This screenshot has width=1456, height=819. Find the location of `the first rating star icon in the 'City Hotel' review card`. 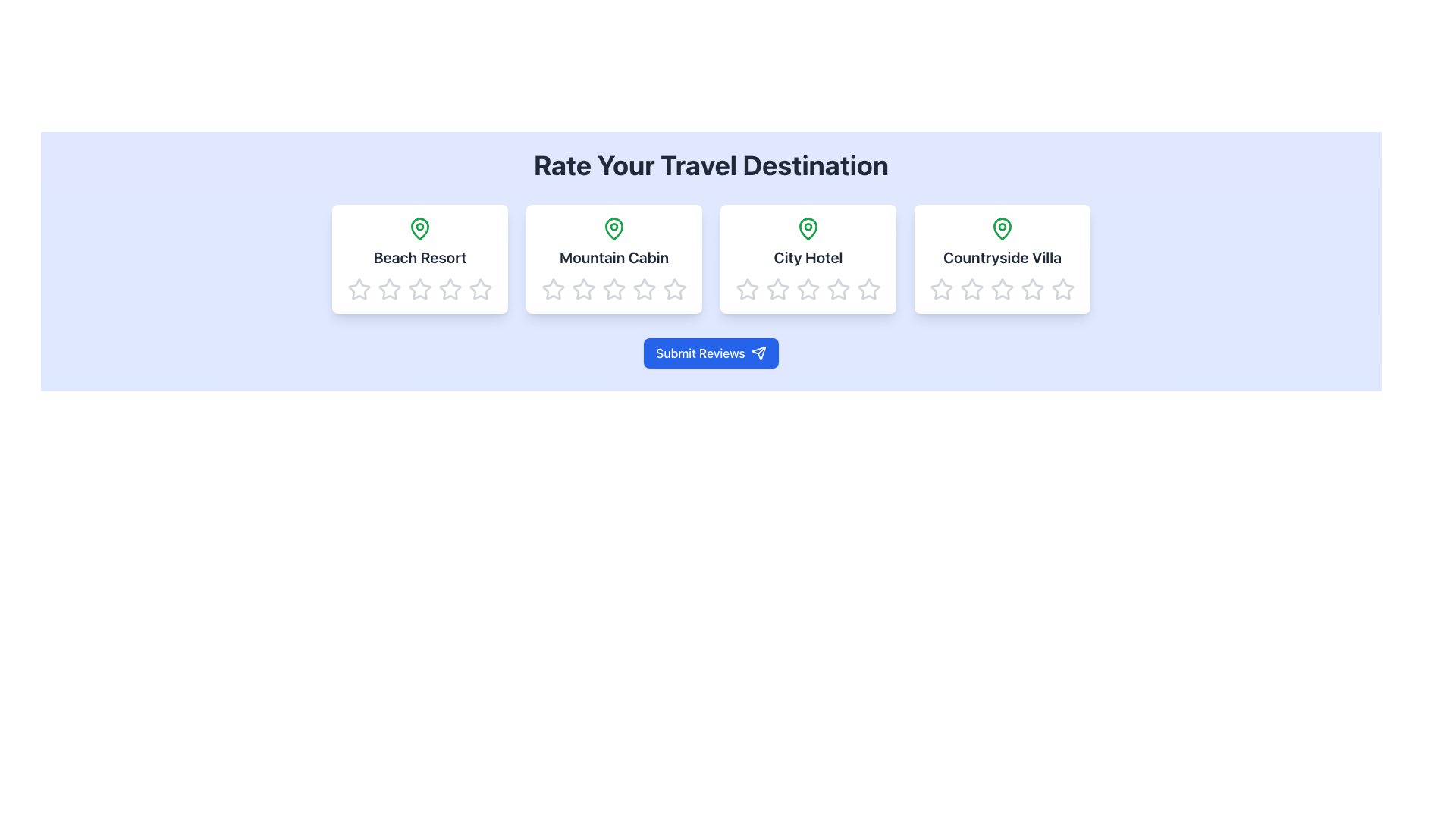

the first rating star icon in the 'City Hotel' review card is located at coordinates (807, 289).